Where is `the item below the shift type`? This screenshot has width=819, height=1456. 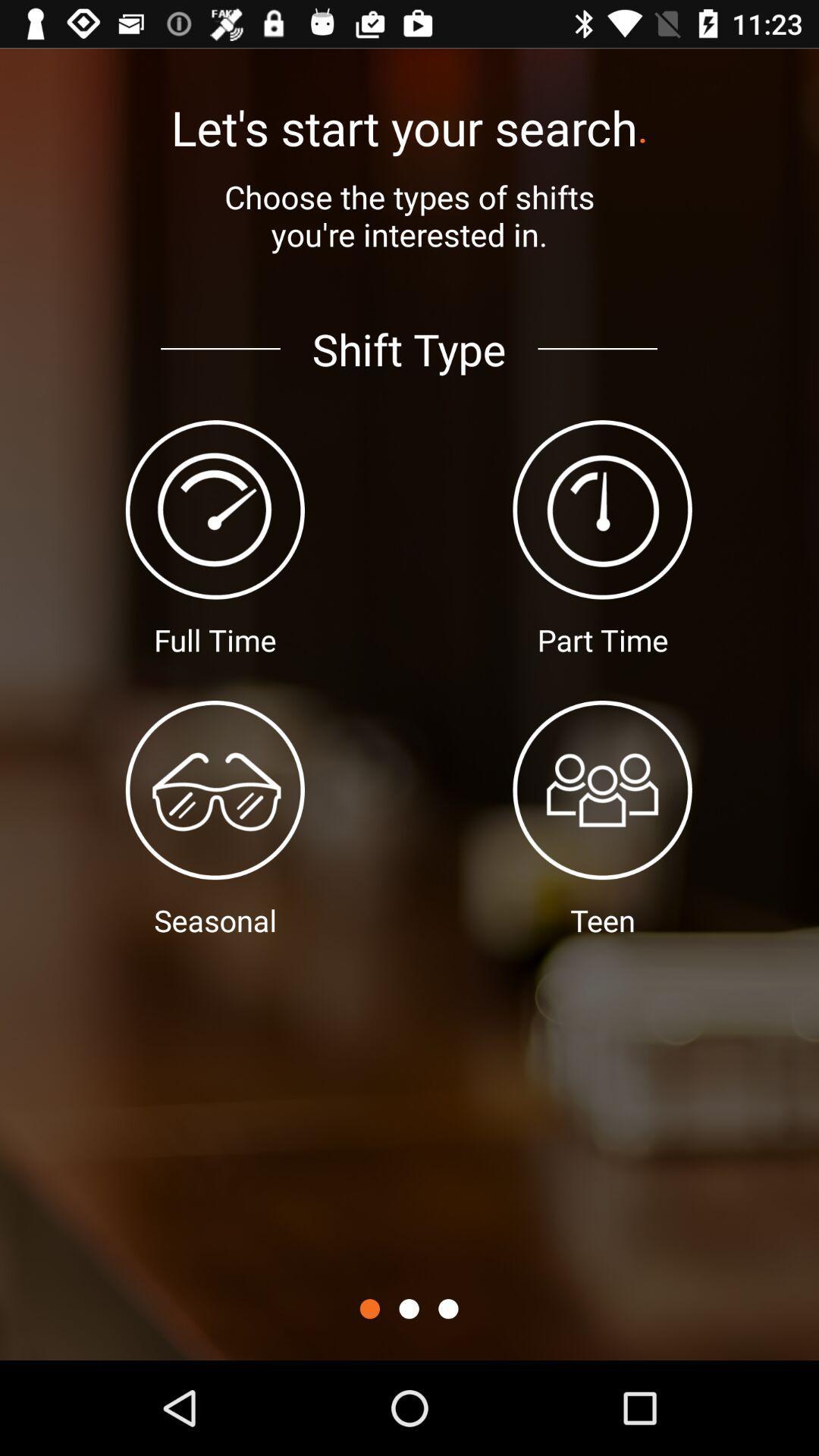
the item below the shift type is located at coordinates (447, 1308).